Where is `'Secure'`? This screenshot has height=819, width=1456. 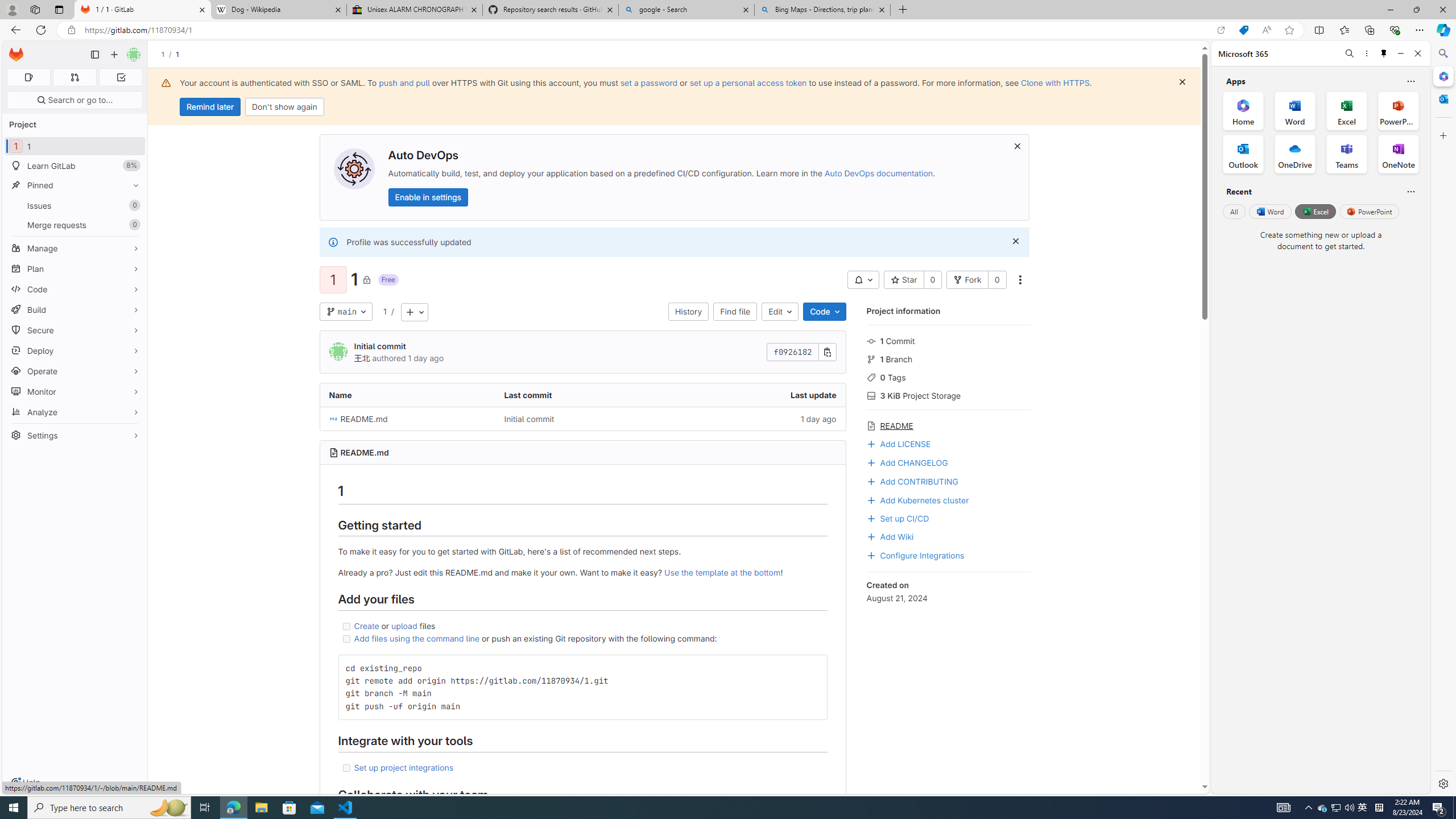 'Secure' is located at coordinates (74, 330).